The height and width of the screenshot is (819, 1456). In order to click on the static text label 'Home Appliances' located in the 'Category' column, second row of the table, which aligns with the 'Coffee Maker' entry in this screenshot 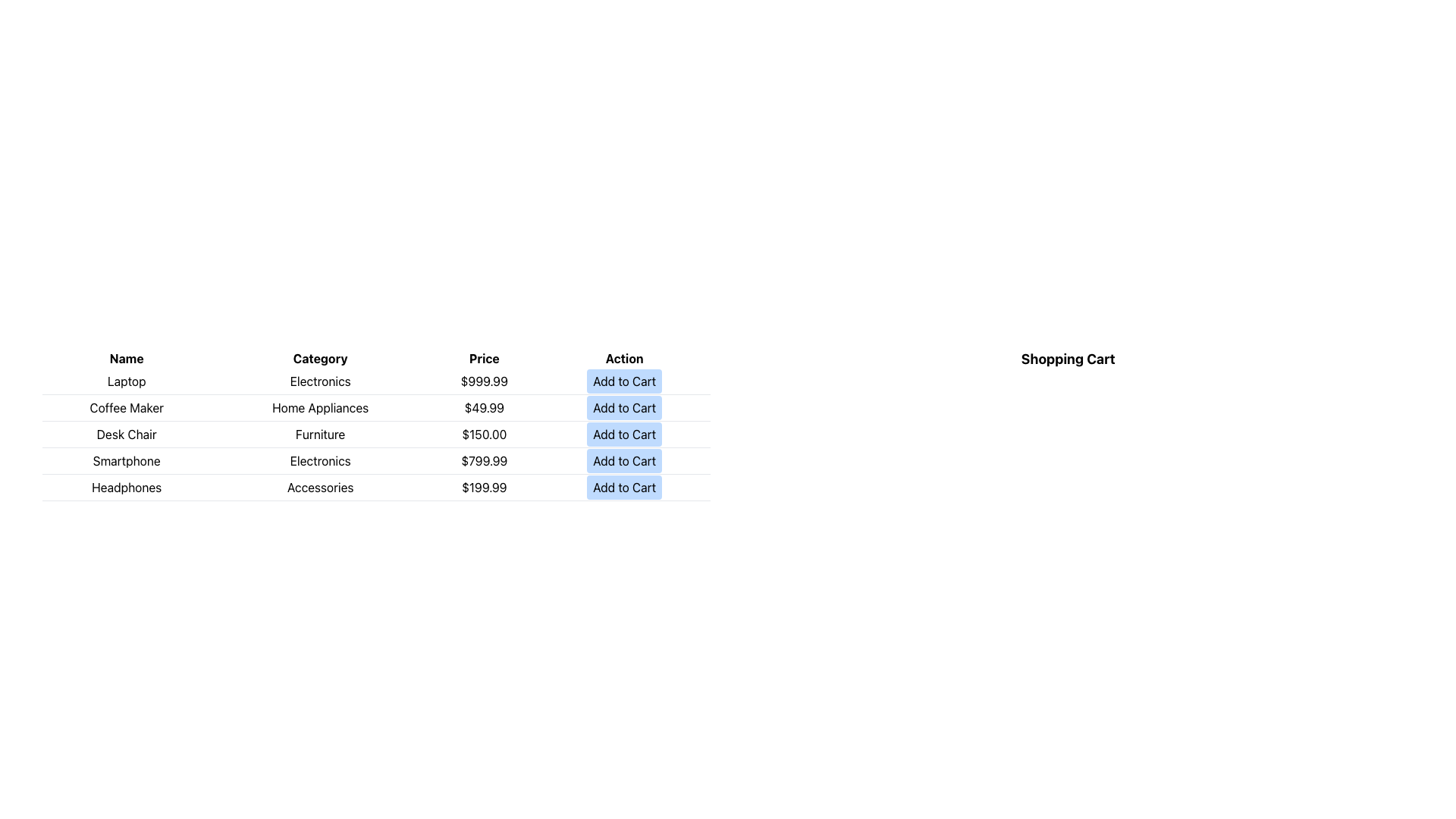, I will do `click(319, 406)`.